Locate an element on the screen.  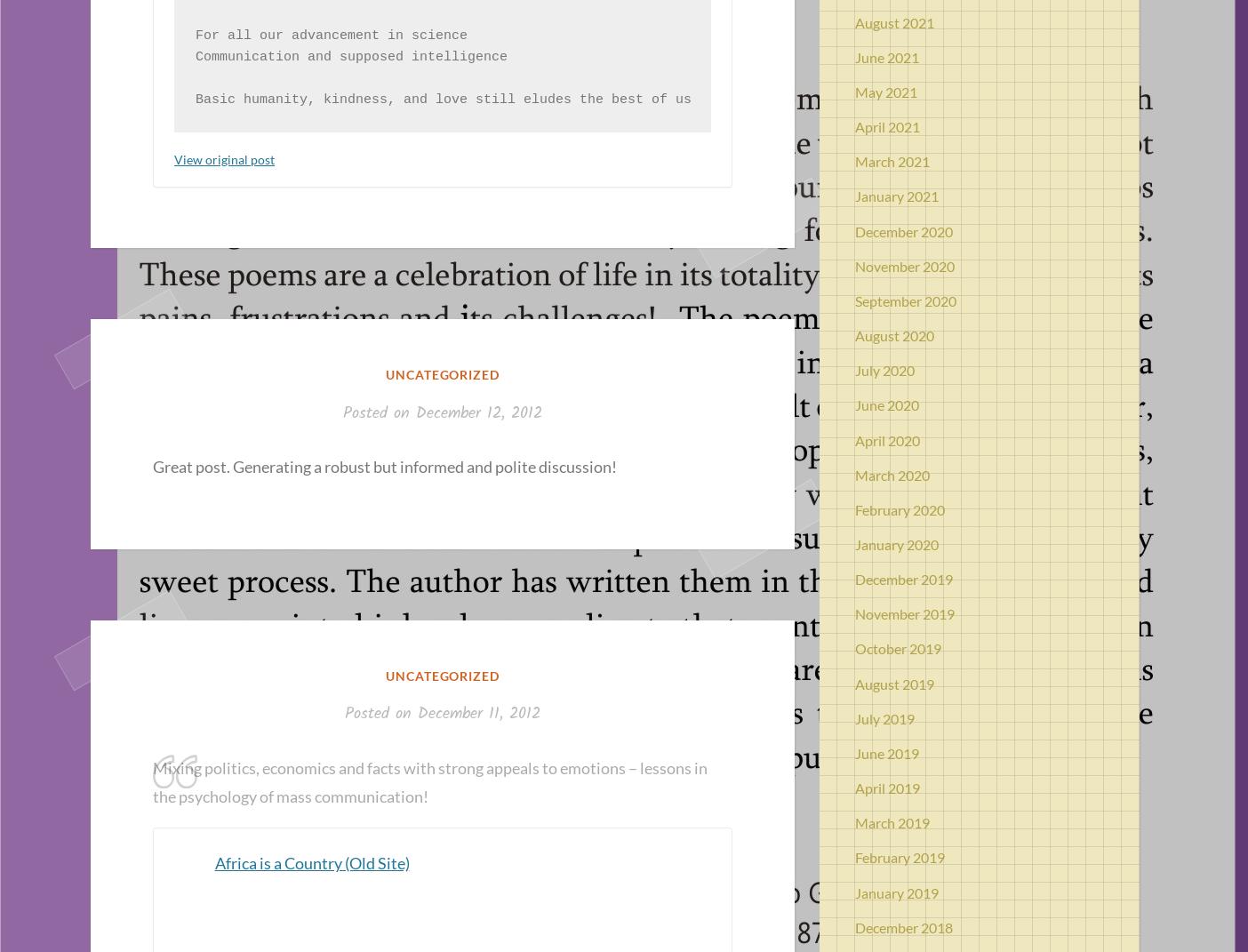
'April 2019' is located at coordinates (887, 788).